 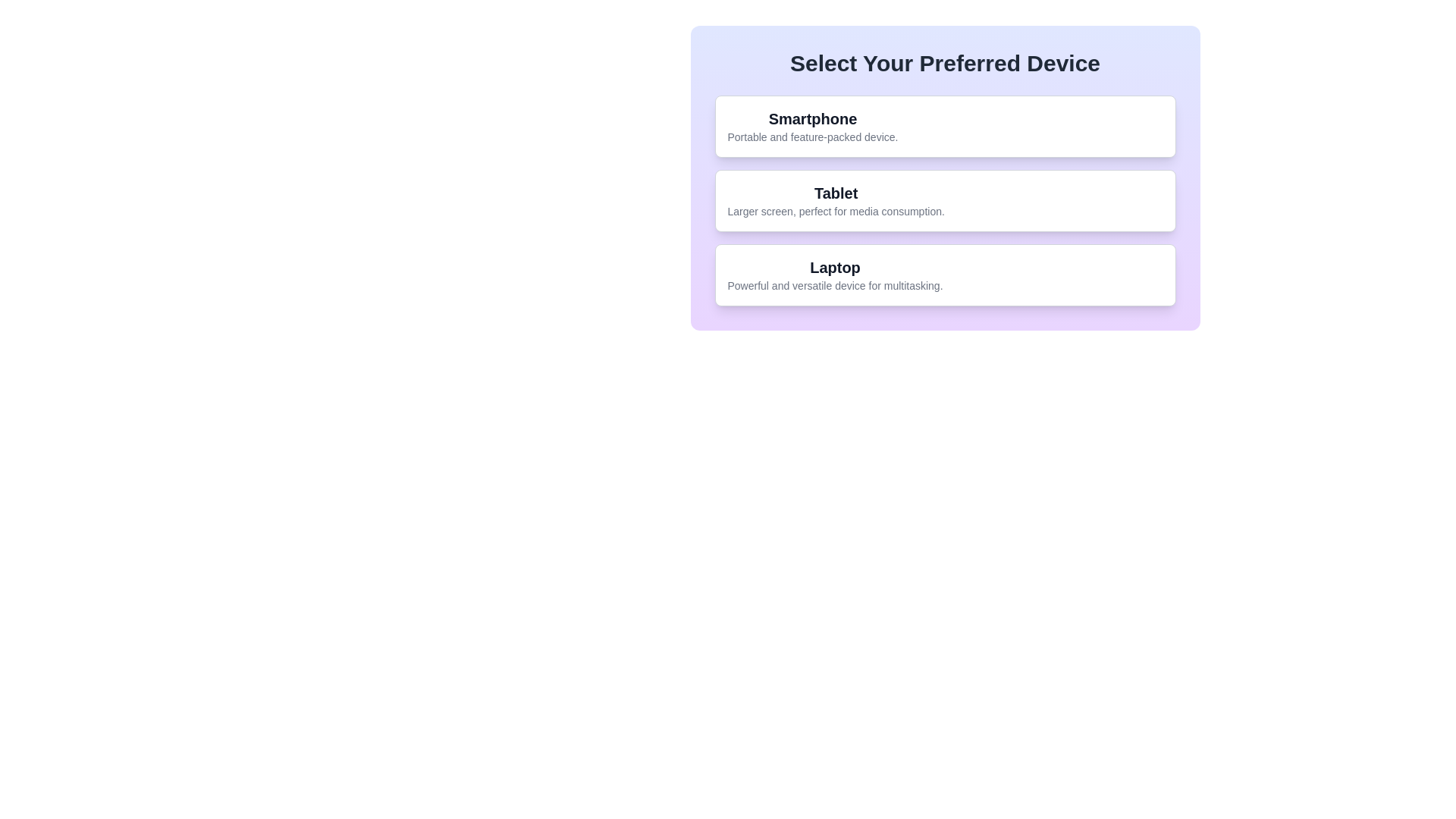 What do you see at coordinates (834, 267) in the screenshot?
I see `the text label displaying 'Laptop' in bold styling` at bounding box center [834, 267].